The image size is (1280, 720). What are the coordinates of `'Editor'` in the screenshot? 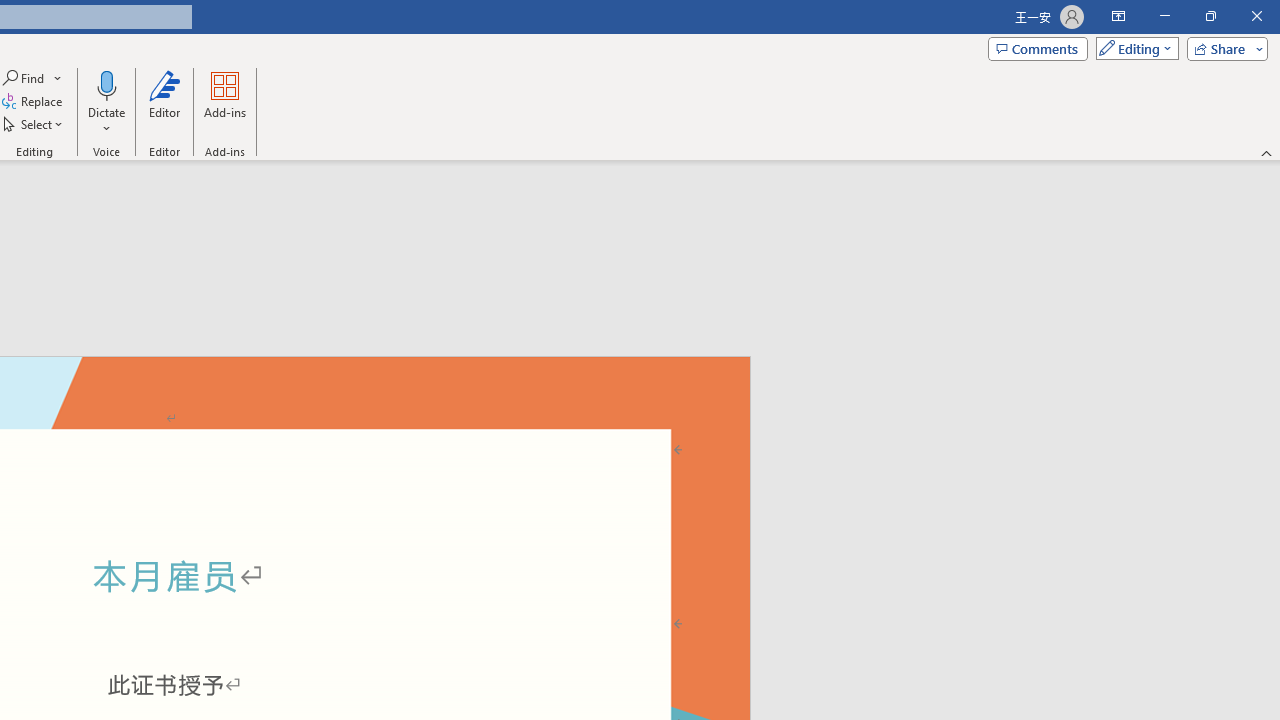 It's located at (164, 103).